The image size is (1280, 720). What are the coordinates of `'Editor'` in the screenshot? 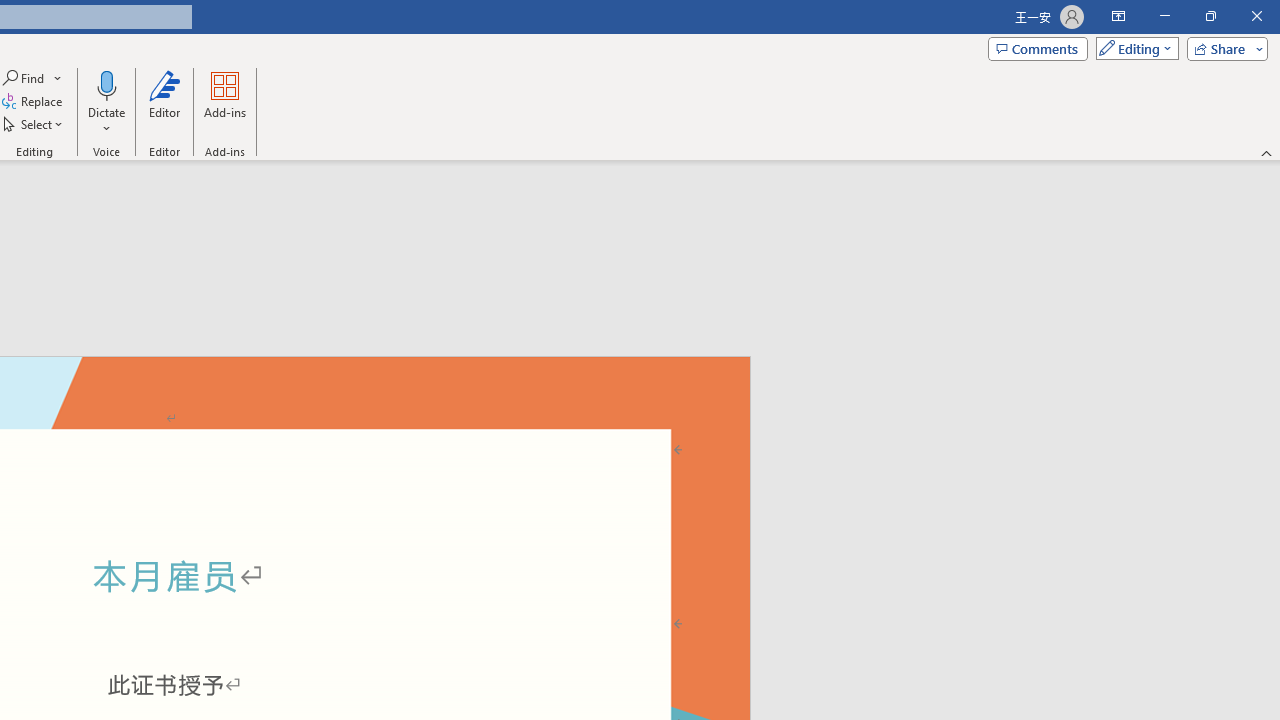 It's located at (164, 103).